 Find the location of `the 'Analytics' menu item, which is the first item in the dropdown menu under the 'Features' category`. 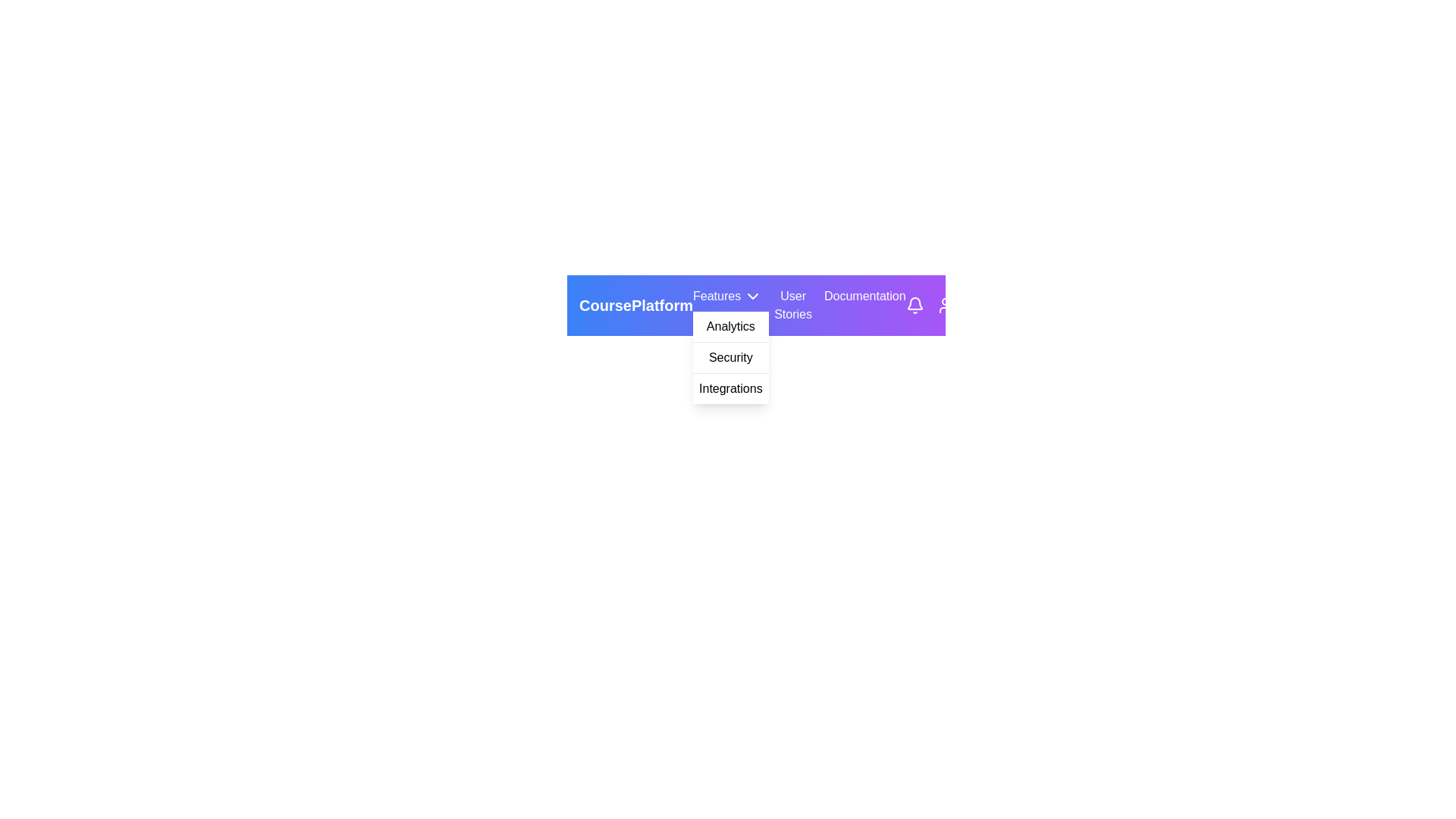

the 'Analytics' menu item, which is the first item in the dropdown menu under the 'Features' category is located at coordinates (730, 326).